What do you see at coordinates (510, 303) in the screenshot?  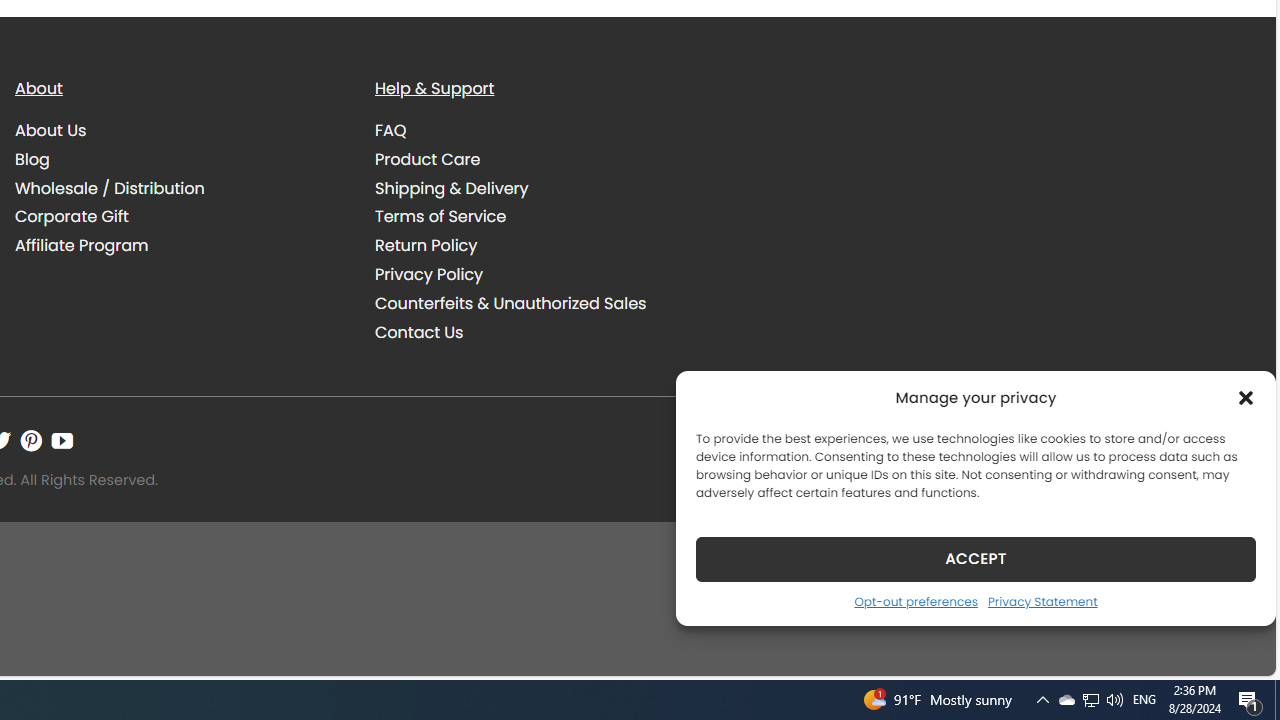 I see `'Counterfeits & Unauthorized Sales'` at bounding box center [510, 303].